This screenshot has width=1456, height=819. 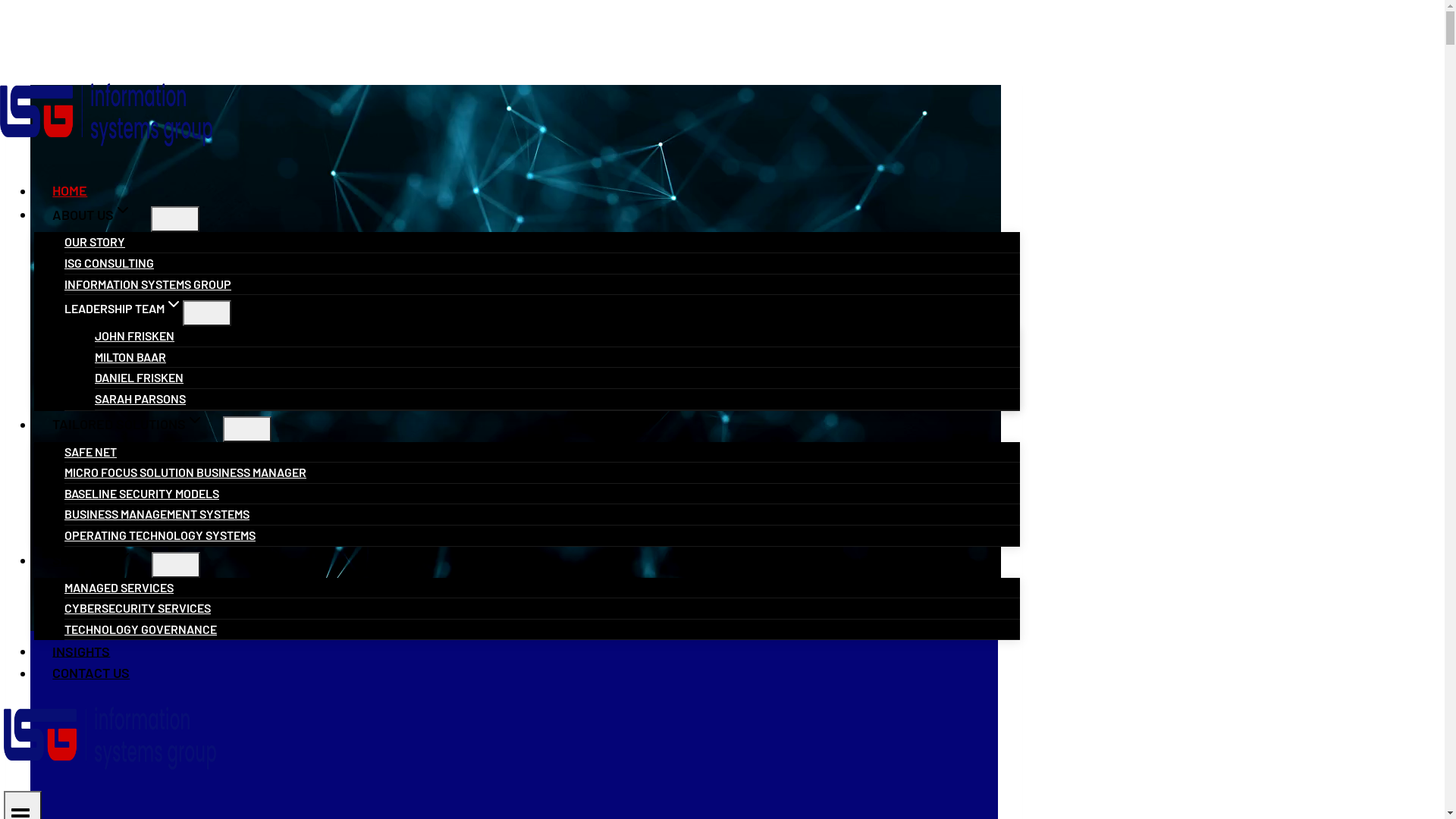 I want to click on 'ABOUT USEXPAND', so click(x=91, y=214).